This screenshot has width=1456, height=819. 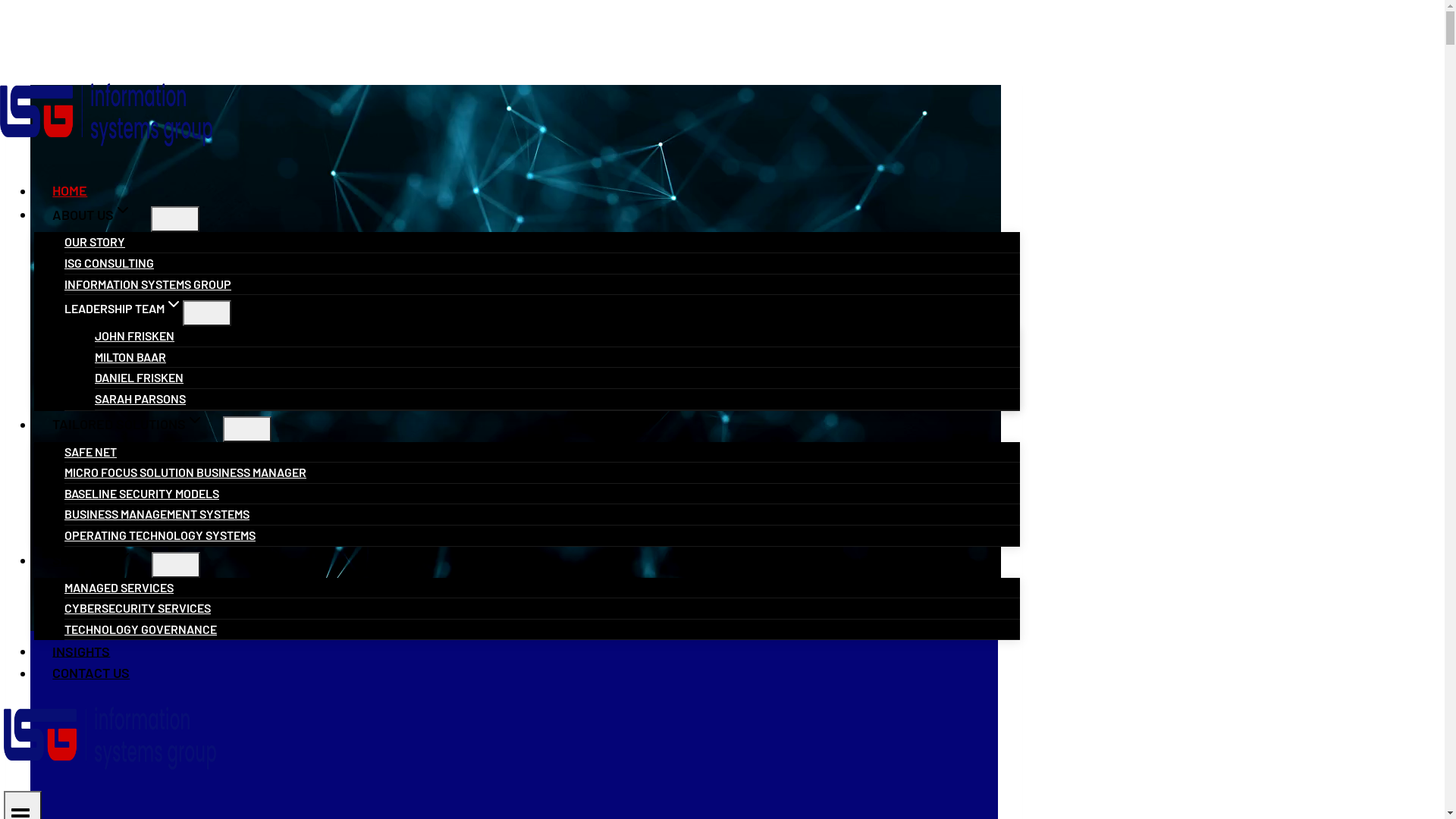 I want to click on 'ABOUT USEXPAND', so click(x=91, y=214).